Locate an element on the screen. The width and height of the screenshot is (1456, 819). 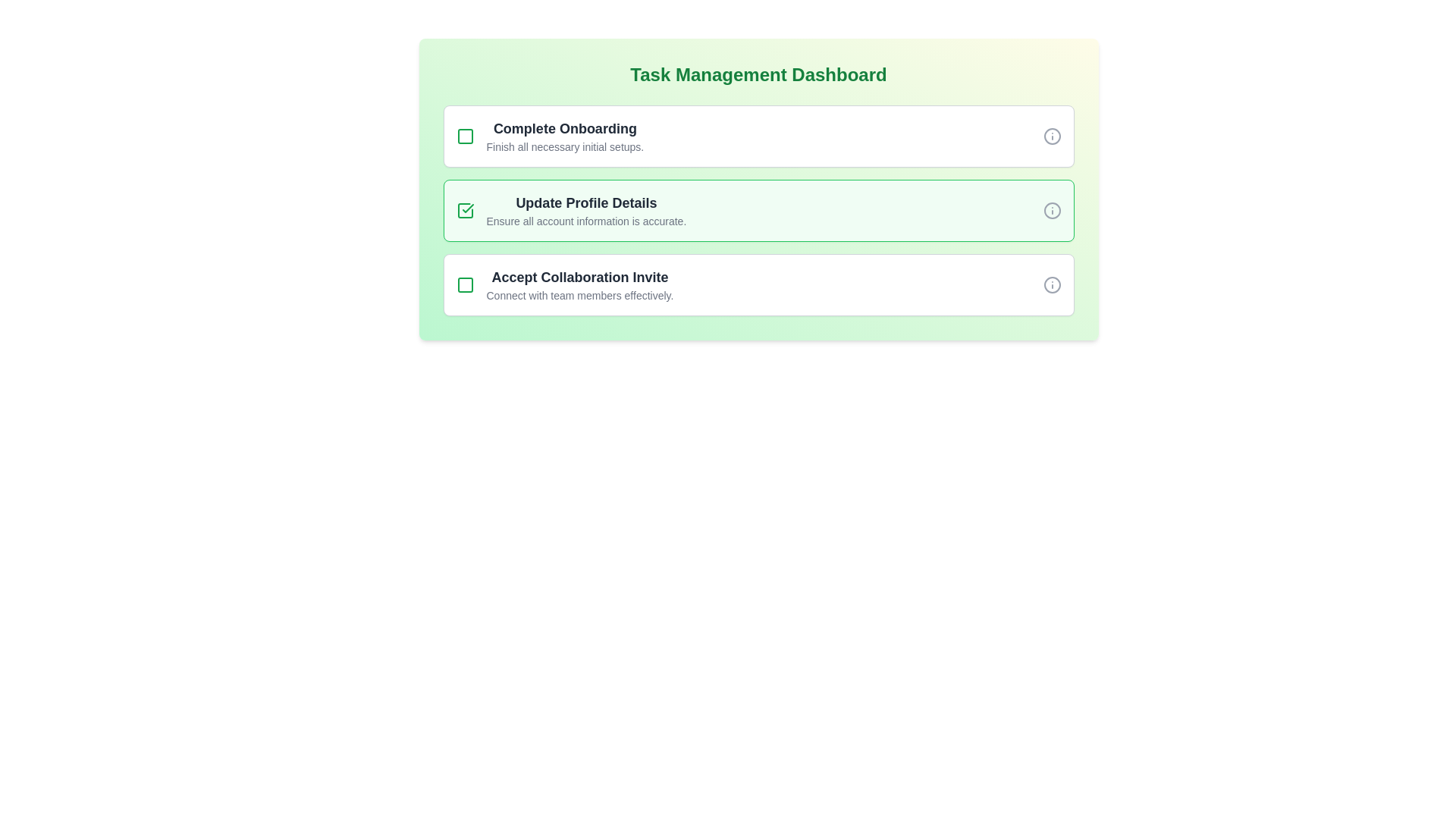
the green checkmark icon indicating task completion for the 'Update Profile Details' task located in the second row of the task list is located at coordinates (467, 208).